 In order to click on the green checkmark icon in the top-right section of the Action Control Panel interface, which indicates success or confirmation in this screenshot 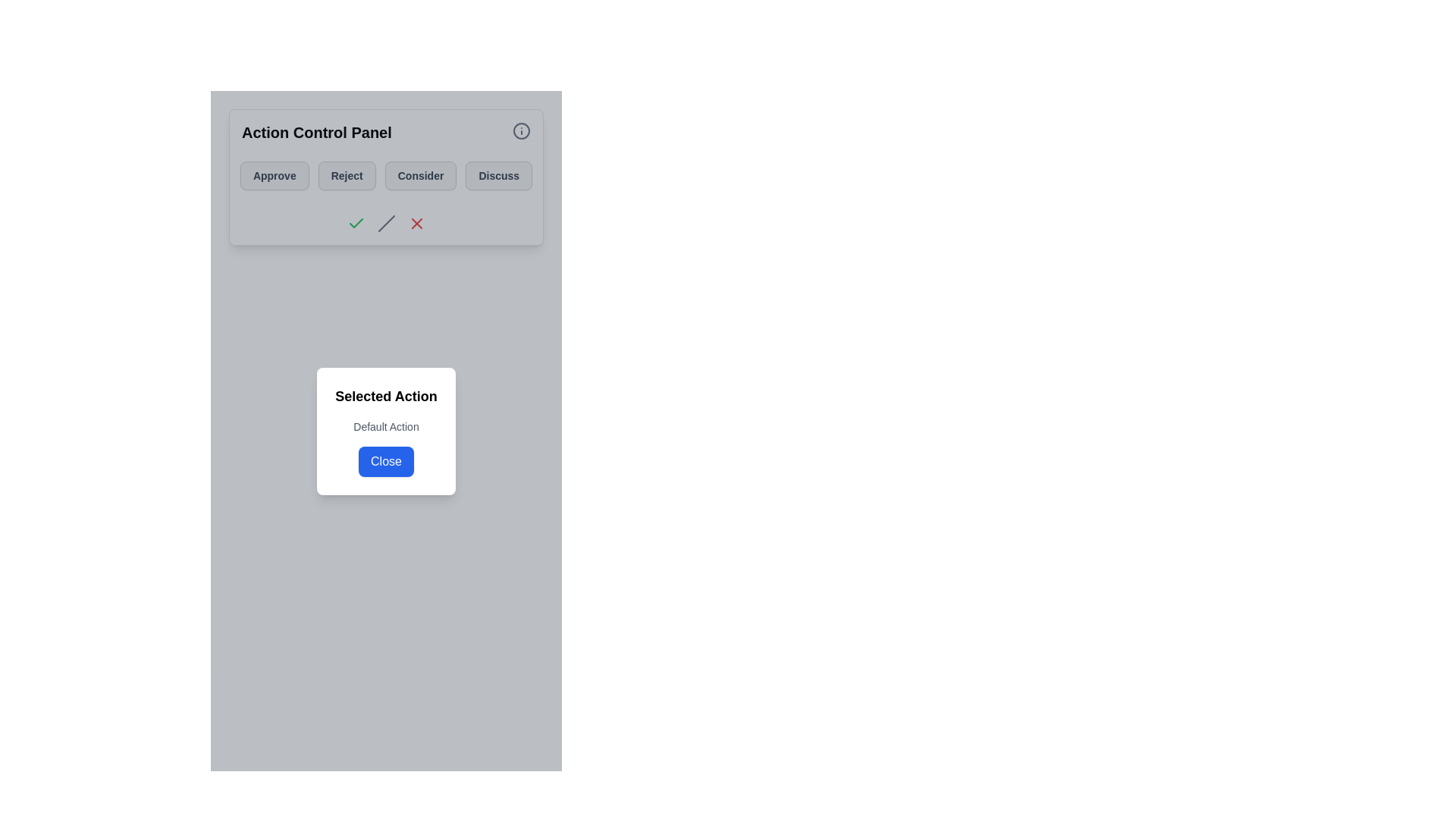, I will do `click(355, 223)`.